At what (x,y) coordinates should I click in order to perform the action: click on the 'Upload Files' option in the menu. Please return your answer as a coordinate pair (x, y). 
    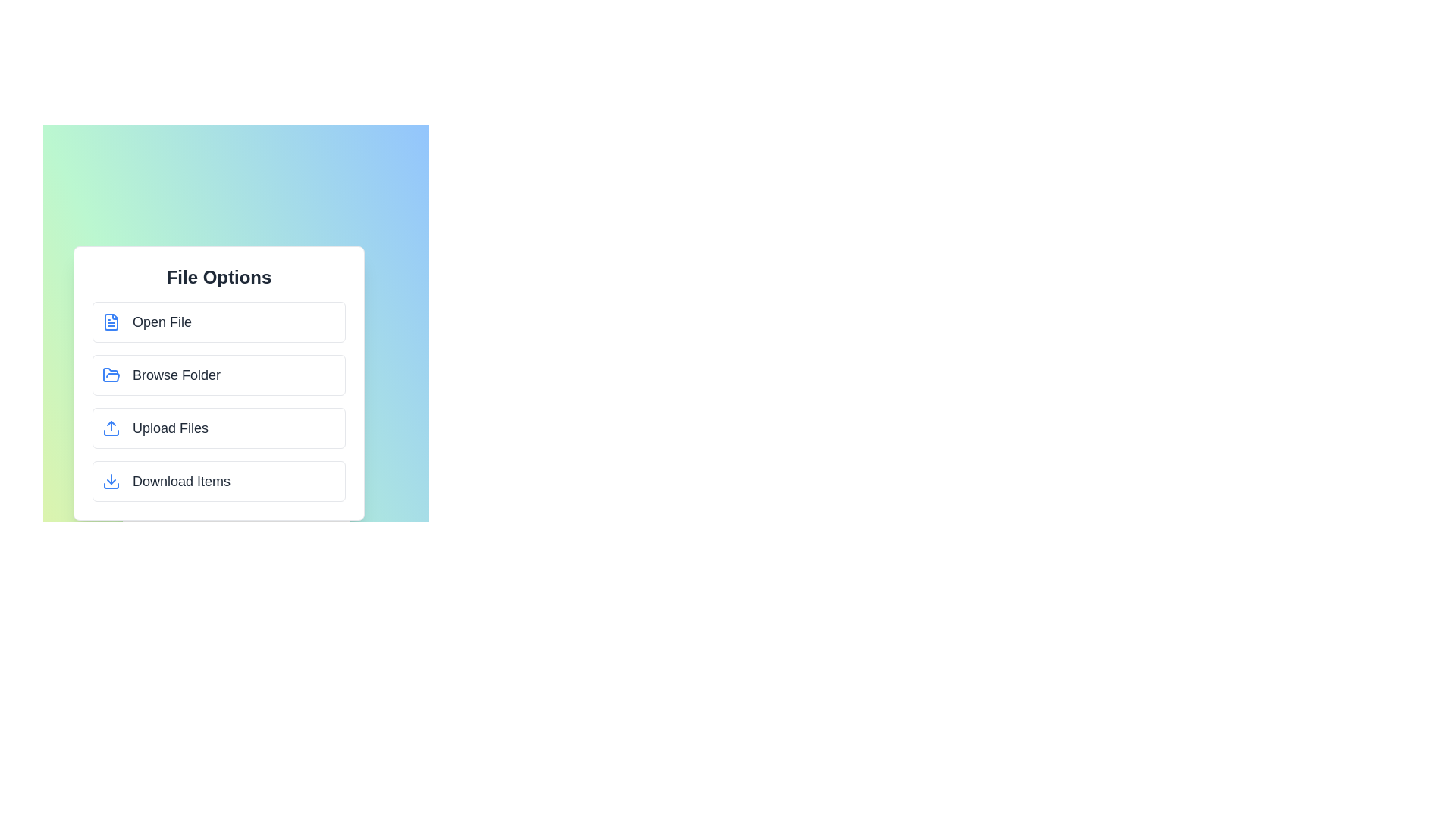
    Looking at the image, I should click on (218, 428).